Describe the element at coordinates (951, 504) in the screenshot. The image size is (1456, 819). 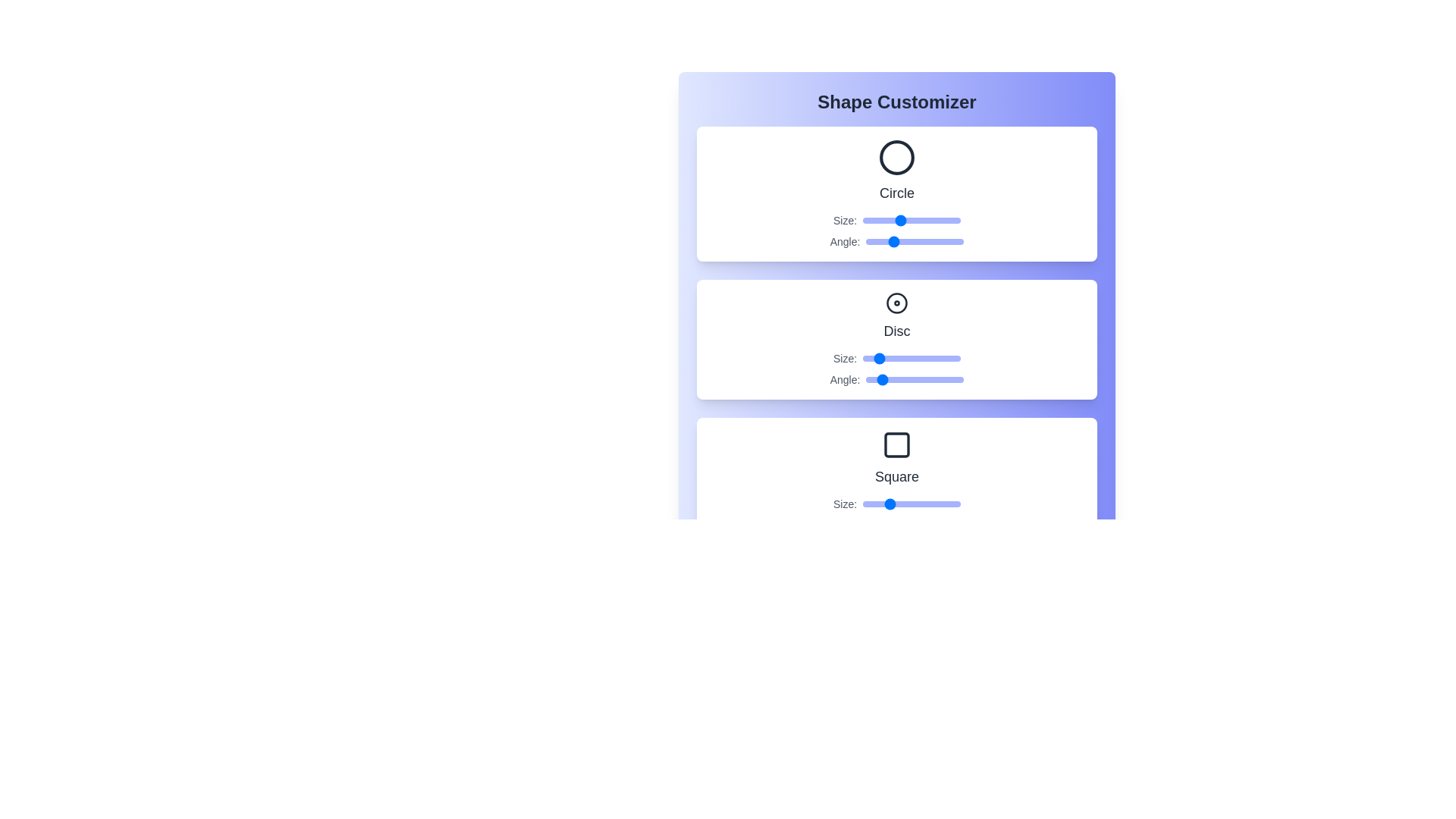
I see `the size slider of the Square shape to 93` at that location.